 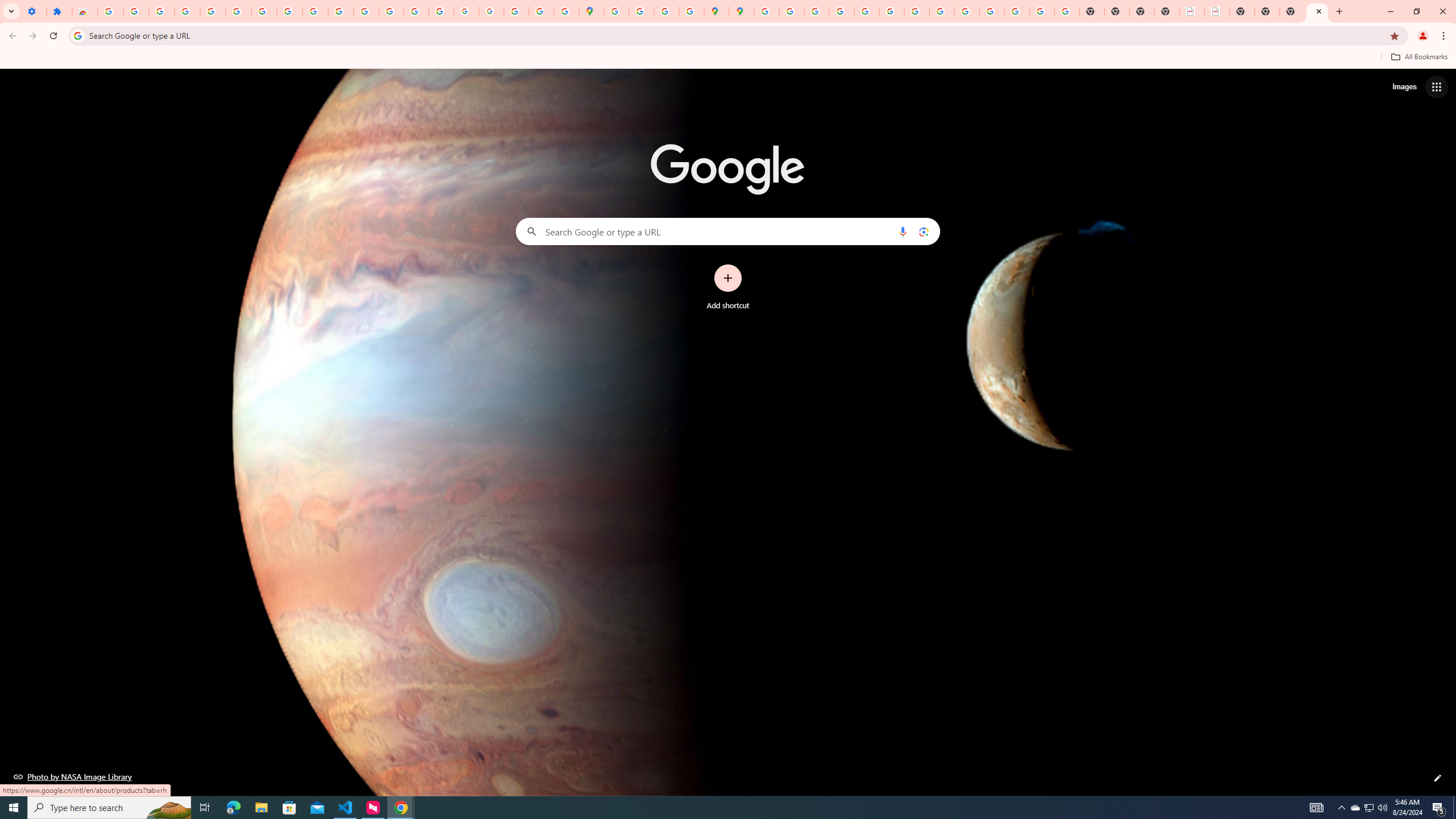 I want to click on 'Privacy Help Center - Policies Help', so click(x=816, y=11).